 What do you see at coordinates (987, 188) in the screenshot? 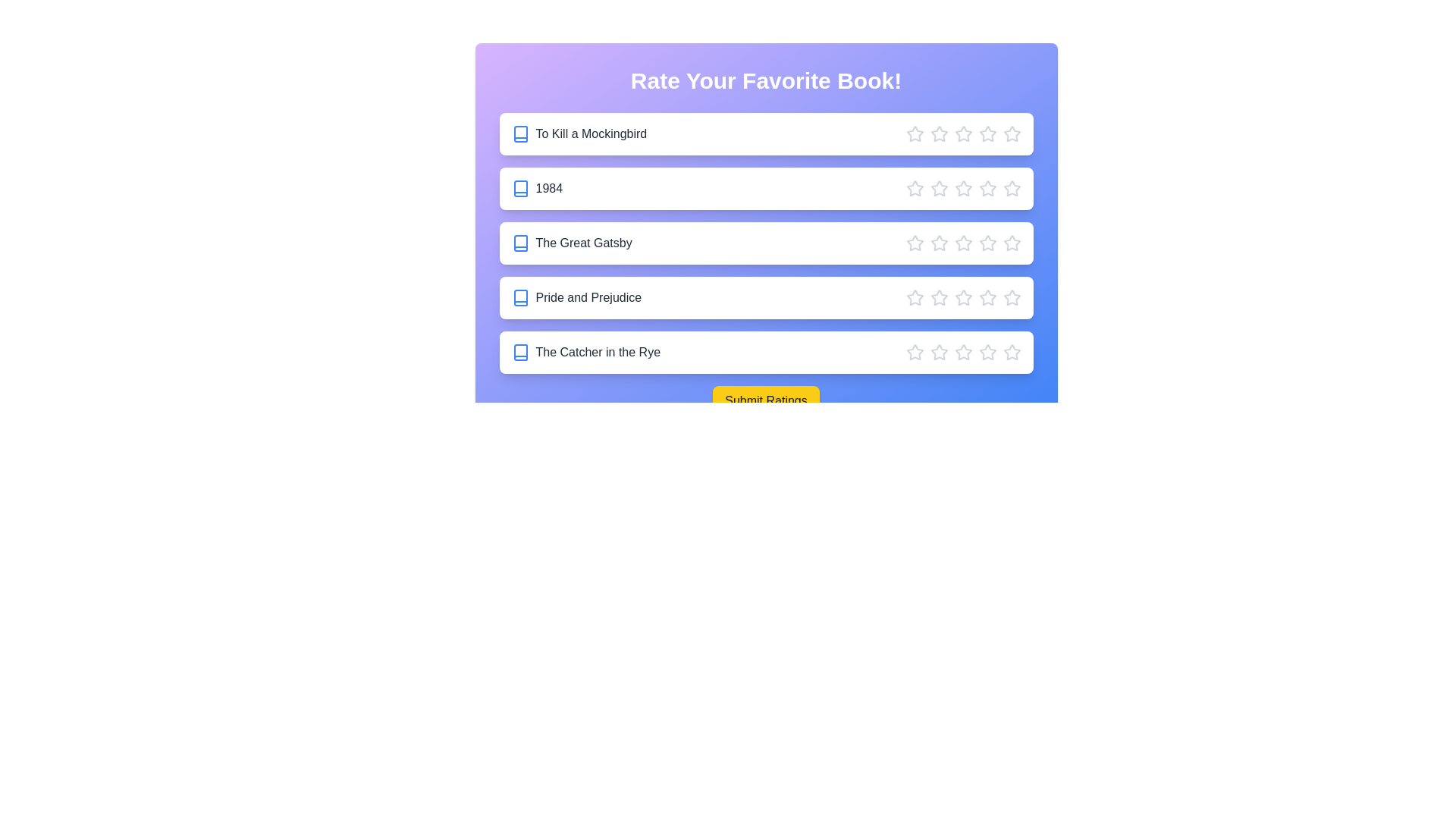
I see `the star corresponding to 4 stars for the book '1984'` at bounding box center [987, 188].